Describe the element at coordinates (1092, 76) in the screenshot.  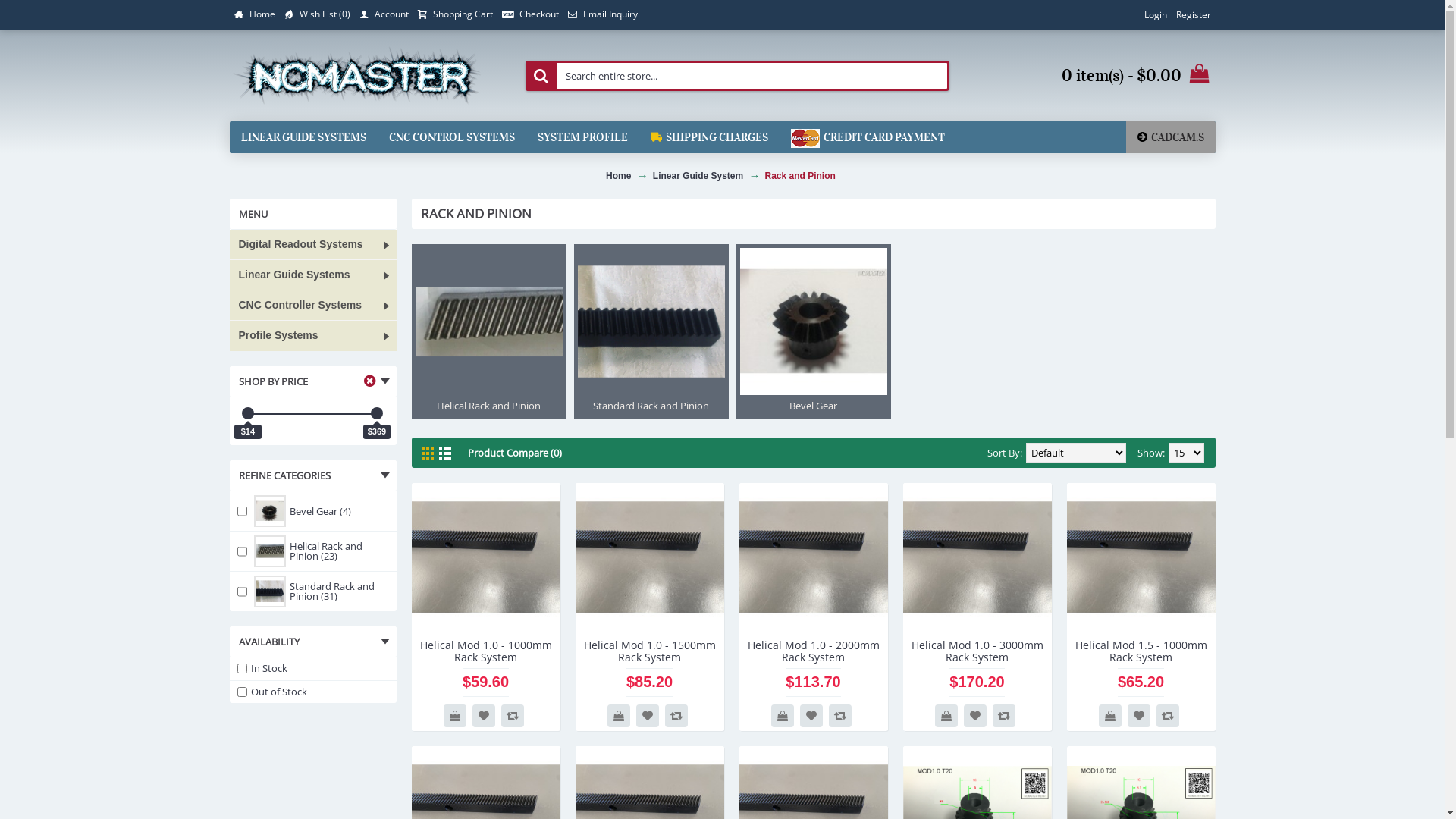
I see `'0 item(s) - $0.00'` at that location.